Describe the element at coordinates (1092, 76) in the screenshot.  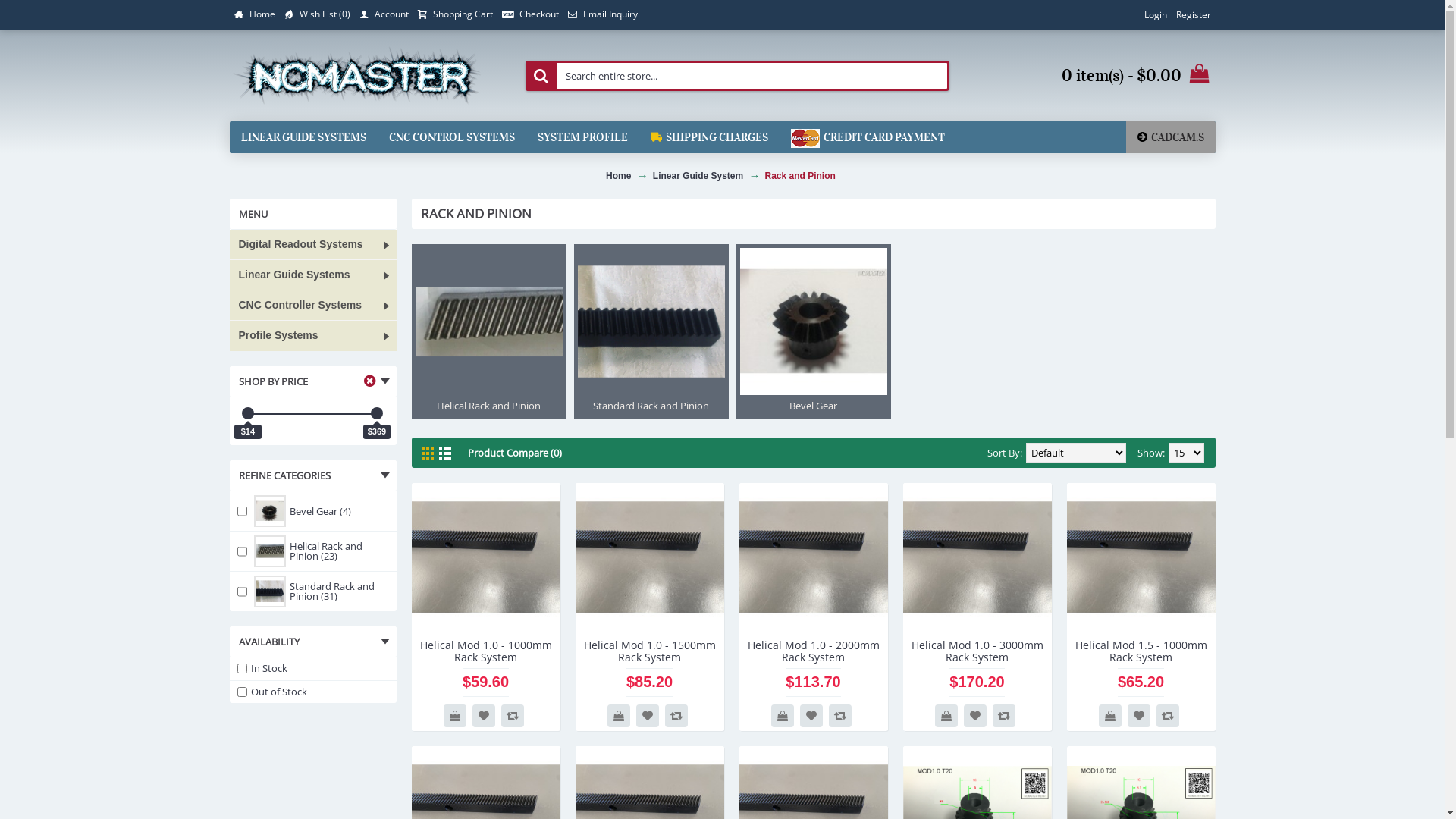
I see `'0 item(s) - $0.00'` at that location.